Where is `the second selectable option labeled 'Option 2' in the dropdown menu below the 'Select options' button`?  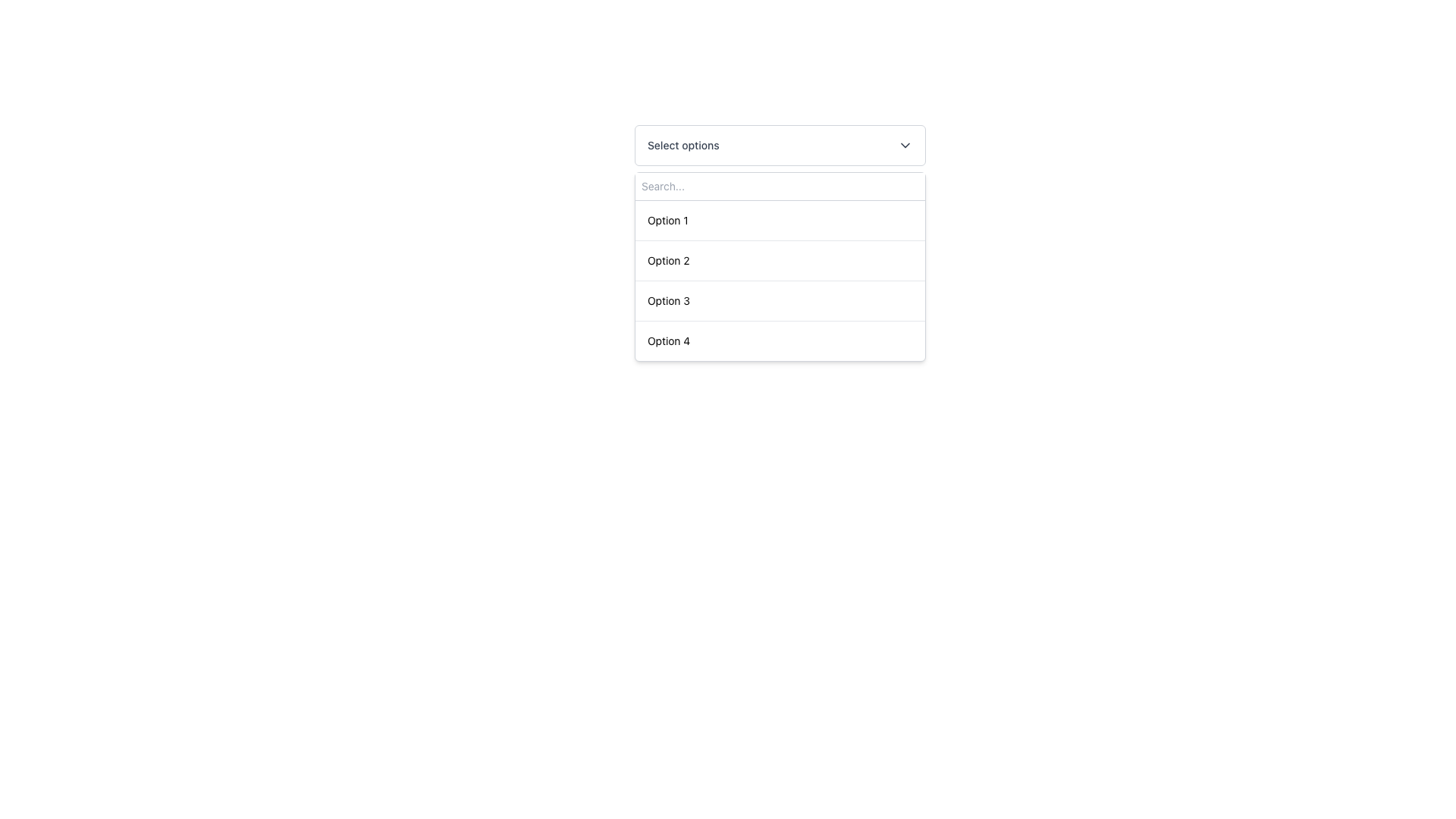 the second selectable option labeled 'Option 2' in the dropdown menu below the 'Select options' button is located at coordinates (780, 265).